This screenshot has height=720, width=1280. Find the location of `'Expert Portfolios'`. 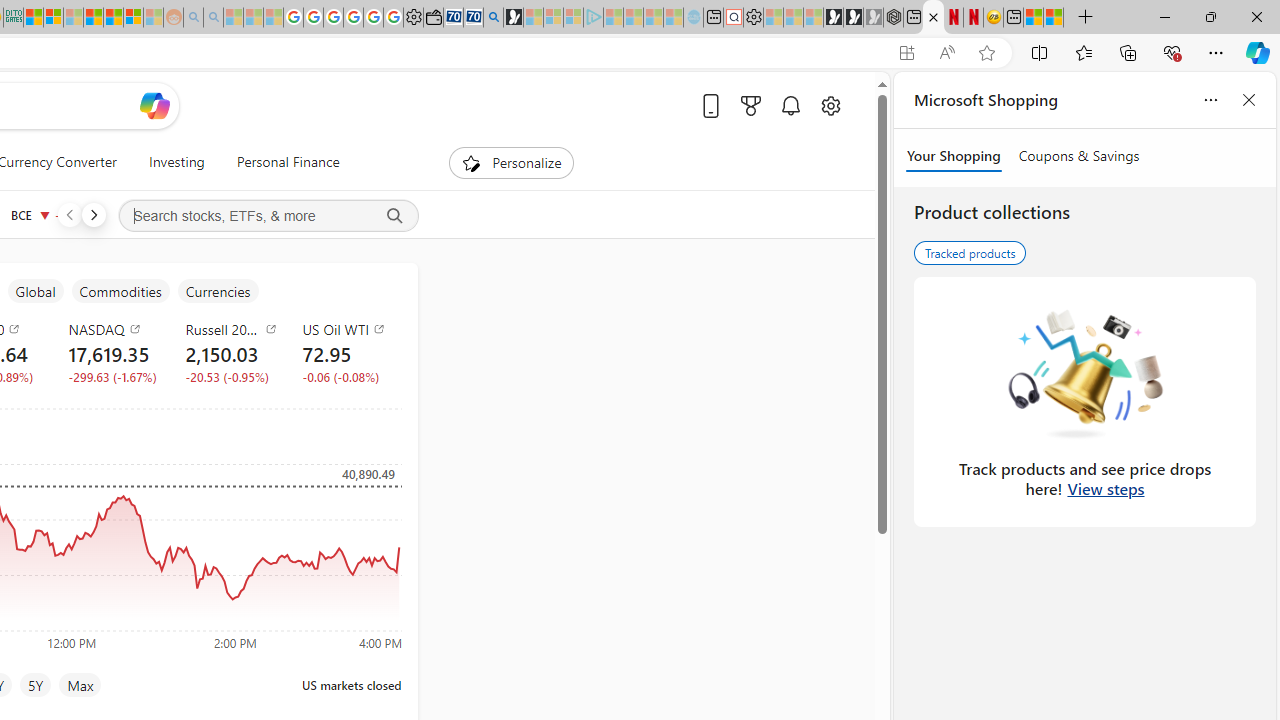

'Expert Portfolios' is located at coordinates (93, 17).